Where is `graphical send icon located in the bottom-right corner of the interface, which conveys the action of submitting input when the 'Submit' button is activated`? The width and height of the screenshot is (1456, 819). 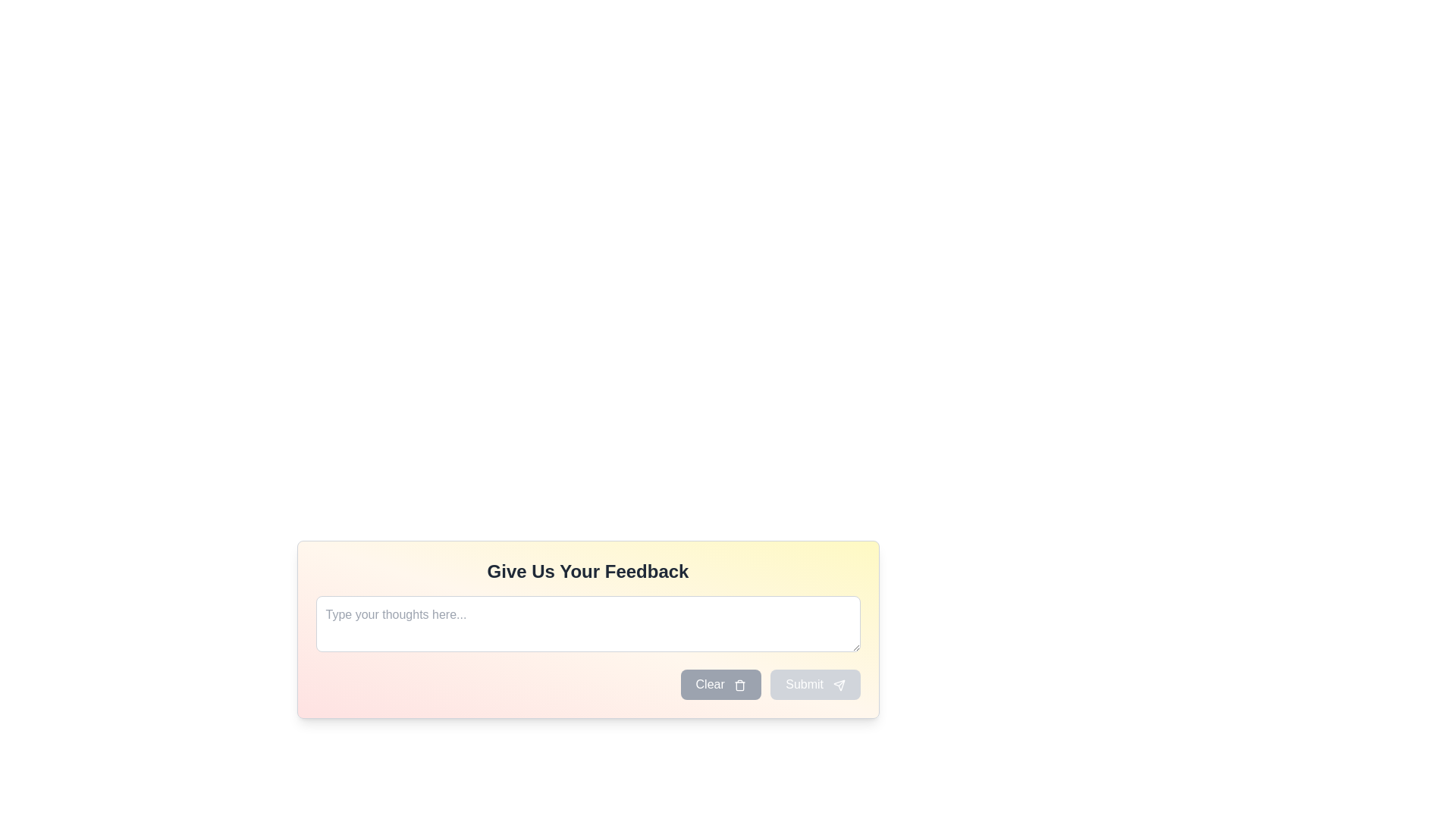
graphical send icon located in the bottom-right corner of the interface, which conveys the action of submitting input when the 'Submit' button is activated is located at coordinates (838, 685).